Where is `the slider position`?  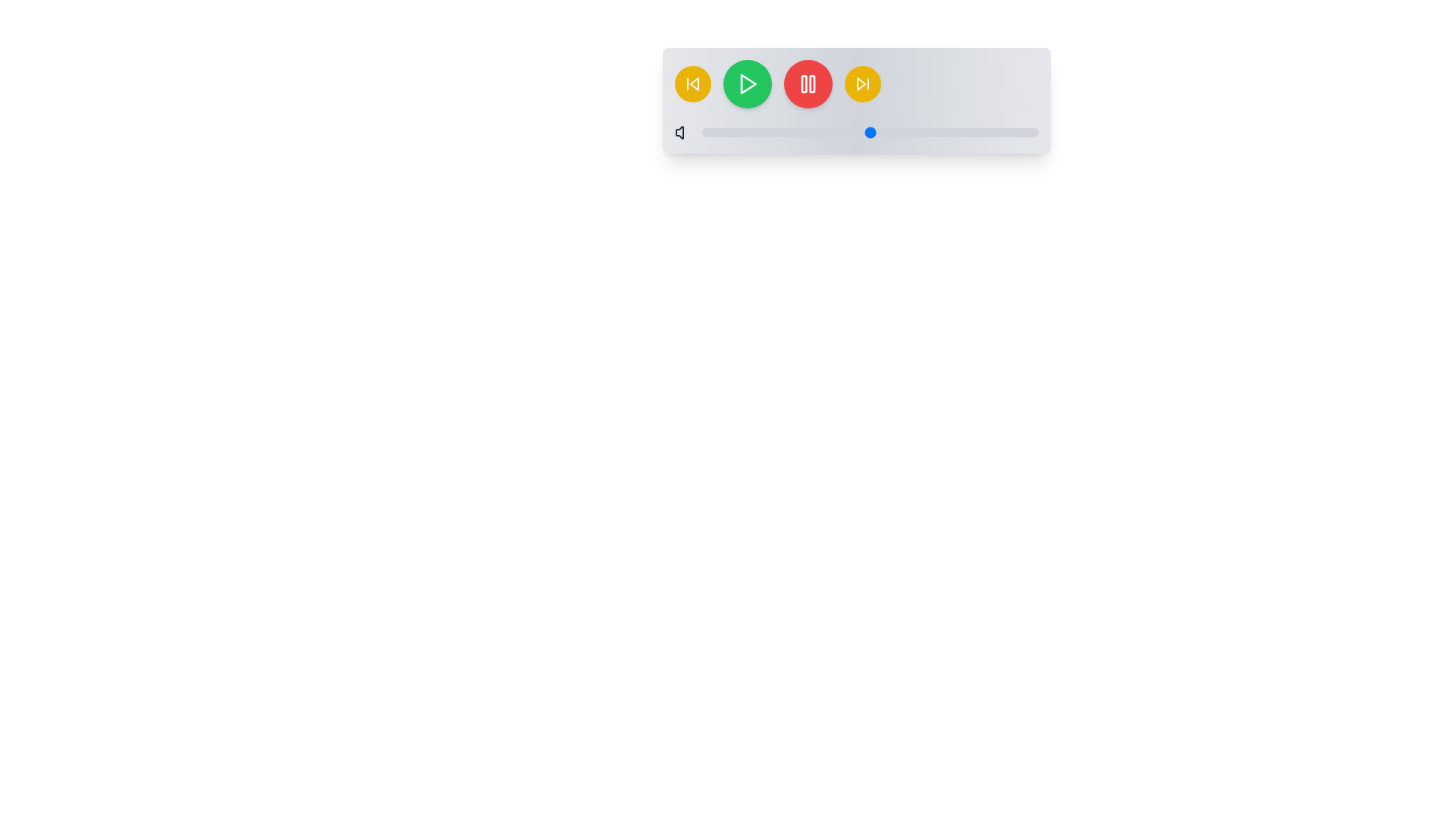 the slider position is located at coordinates (880, 131).